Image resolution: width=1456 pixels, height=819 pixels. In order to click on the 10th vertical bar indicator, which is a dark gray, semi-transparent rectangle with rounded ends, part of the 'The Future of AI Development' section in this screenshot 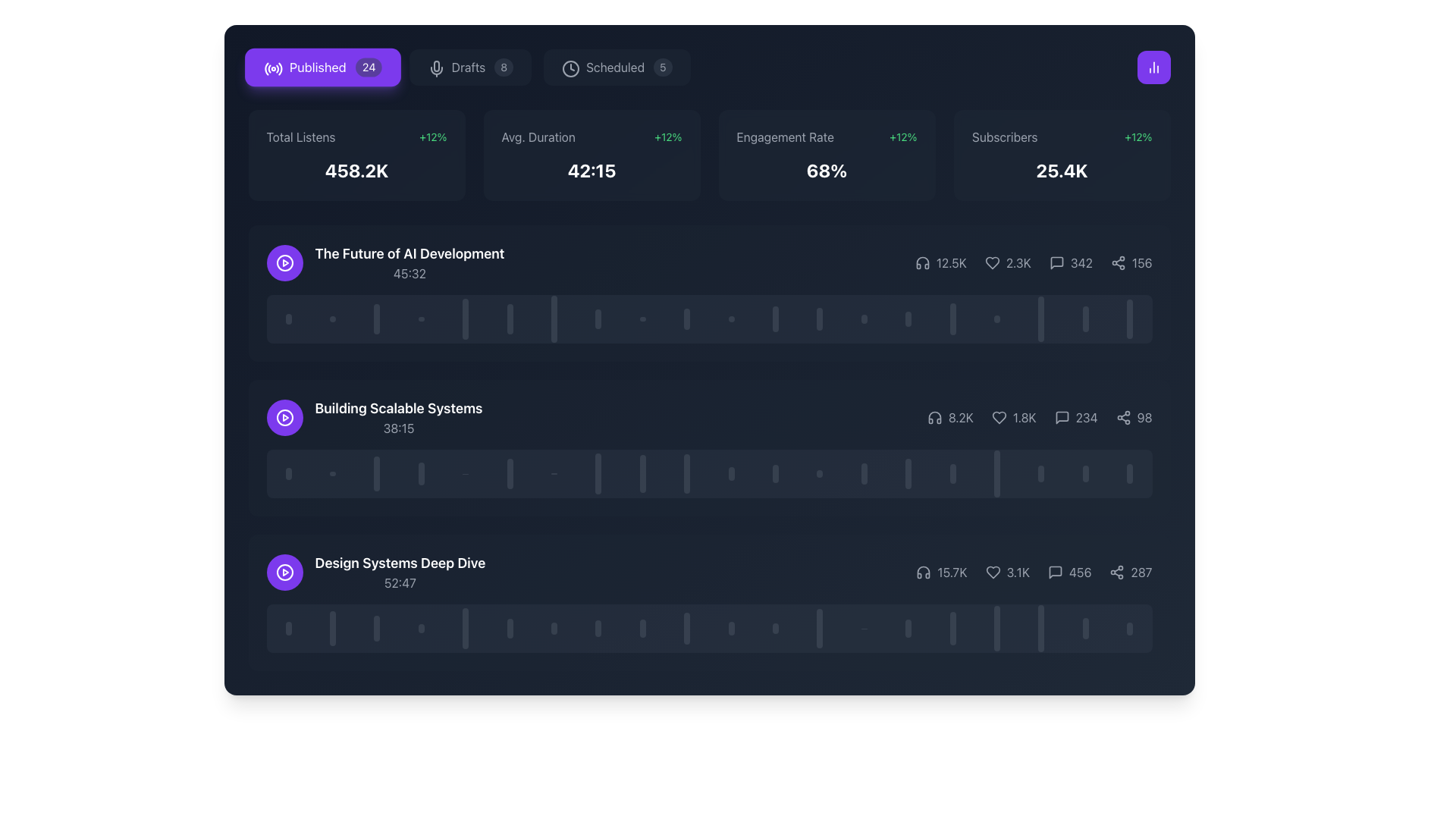, I will do `click(686, 318)`.